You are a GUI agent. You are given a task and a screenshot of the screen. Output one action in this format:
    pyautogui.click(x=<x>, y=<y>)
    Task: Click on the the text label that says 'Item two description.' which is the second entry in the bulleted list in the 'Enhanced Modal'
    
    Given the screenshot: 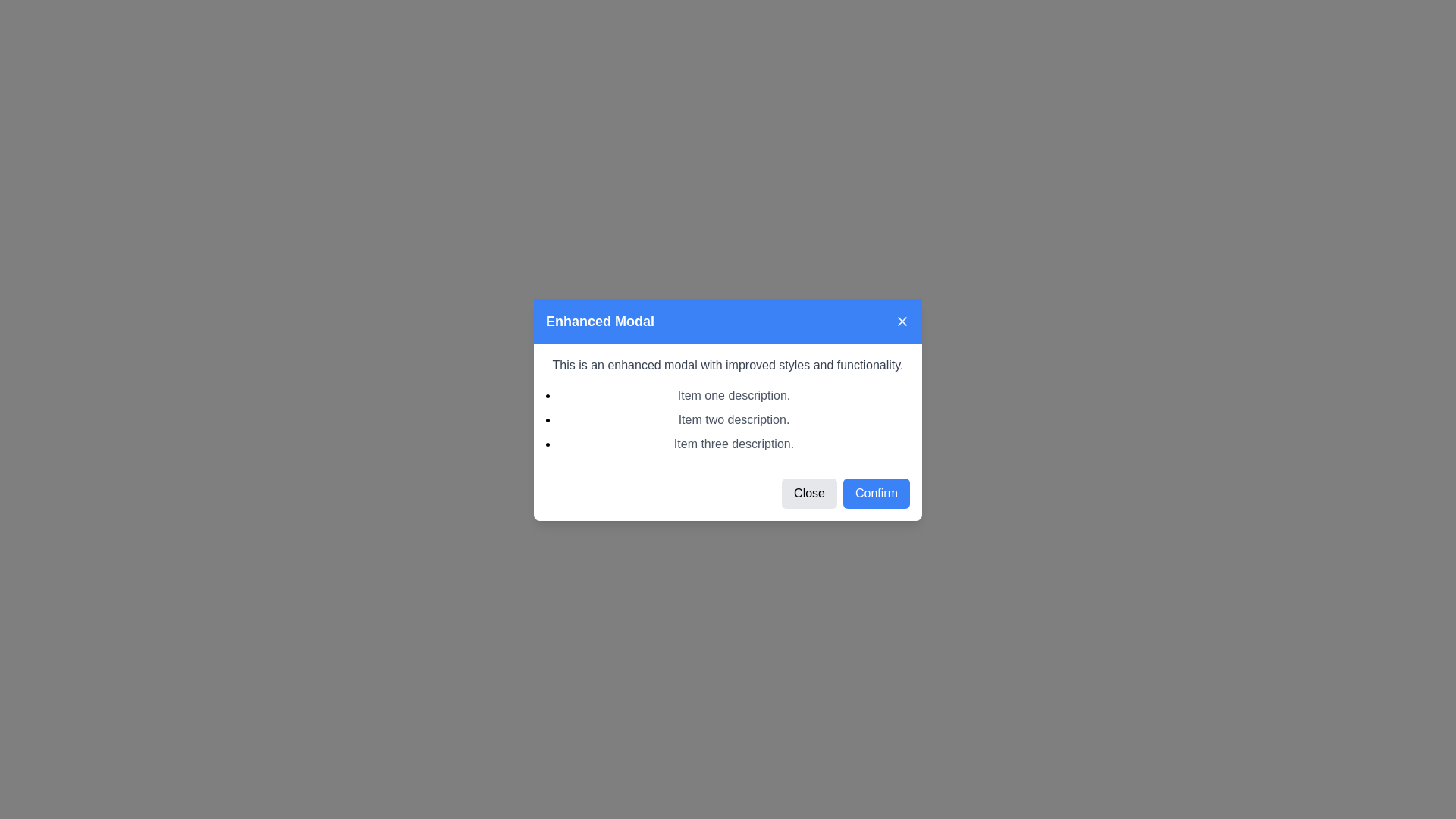 What is the action you would take?
    pyautogui.click(x=734, y=419)
    